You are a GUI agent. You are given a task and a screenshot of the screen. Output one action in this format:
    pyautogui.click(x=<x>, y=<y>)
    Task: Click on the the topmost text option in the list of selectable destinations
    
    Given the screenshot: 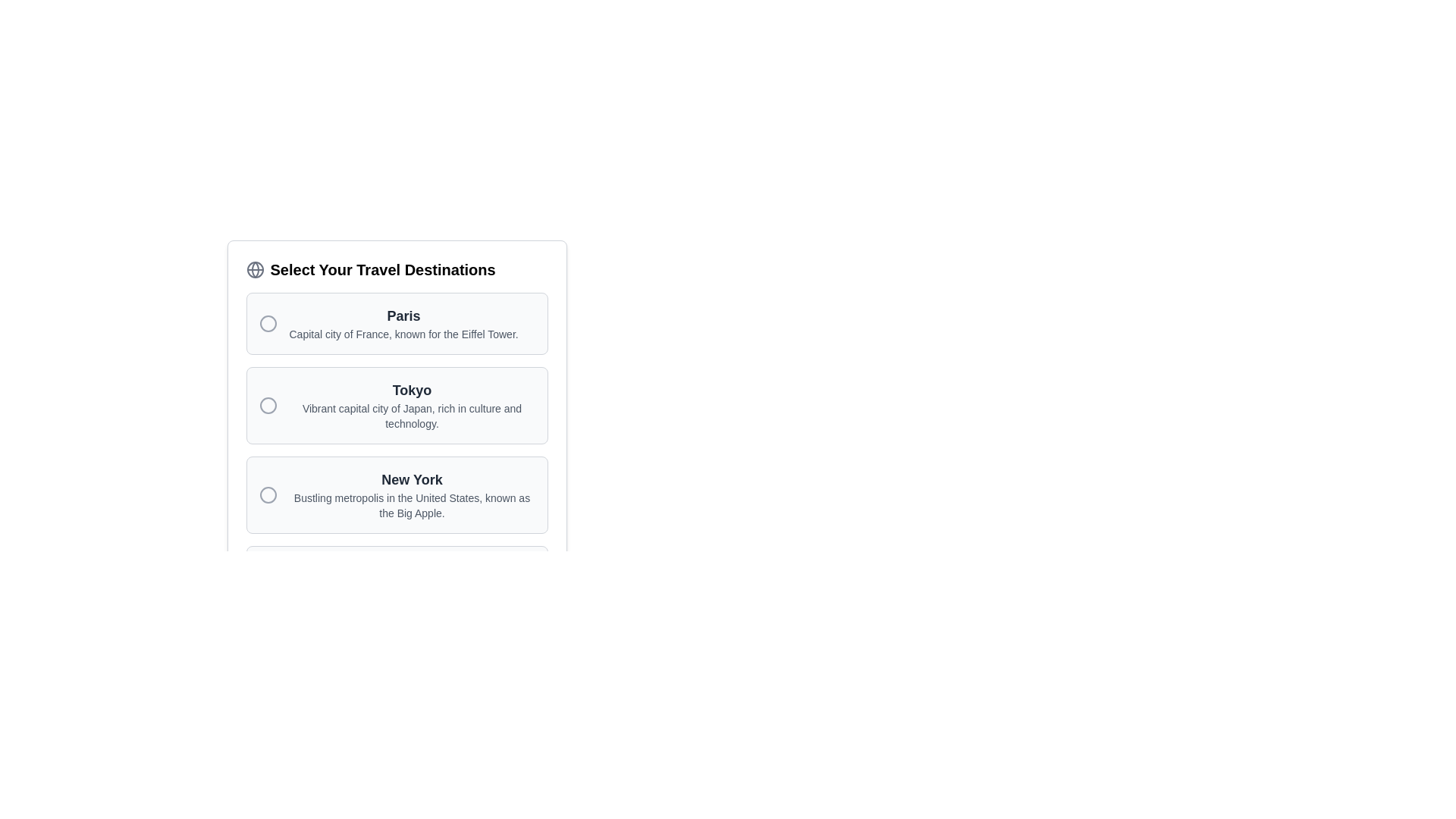 What is the action you would take?
    pyautogui.click(x=388, y=323)
    